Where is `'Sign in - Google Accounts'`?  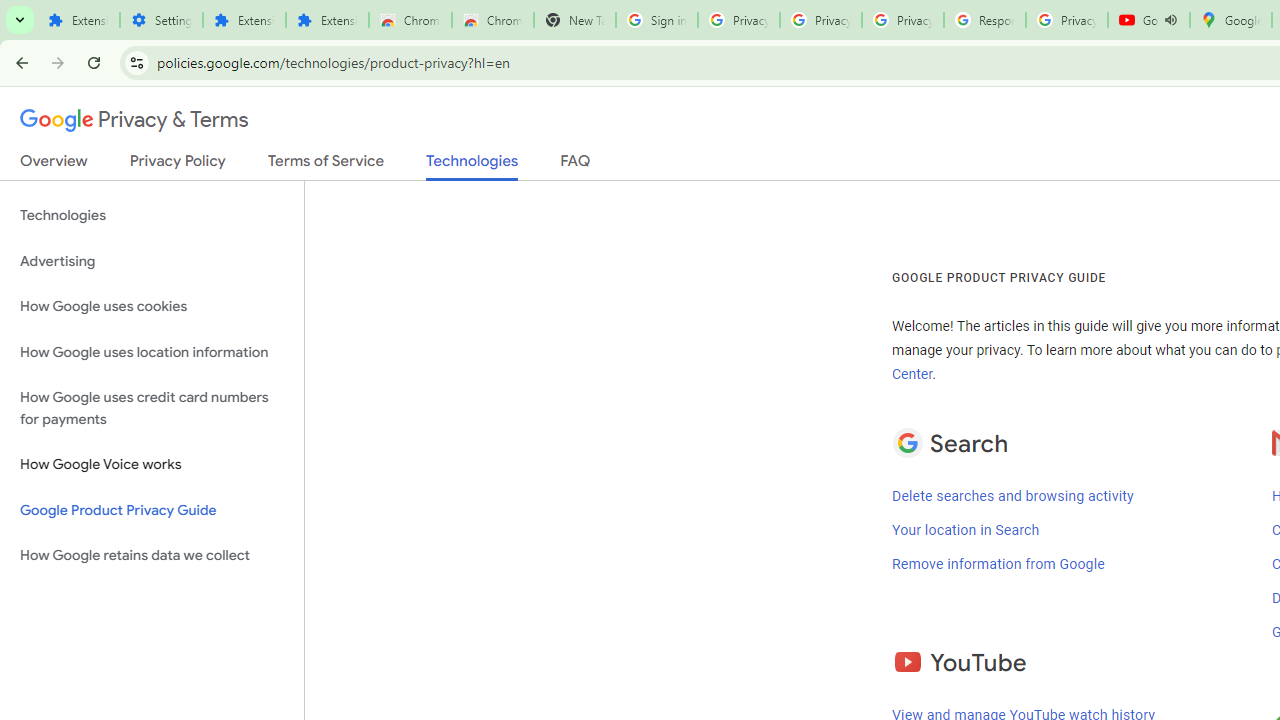 'Sign in - Google Accounts' is located at coordinates (656, 20).